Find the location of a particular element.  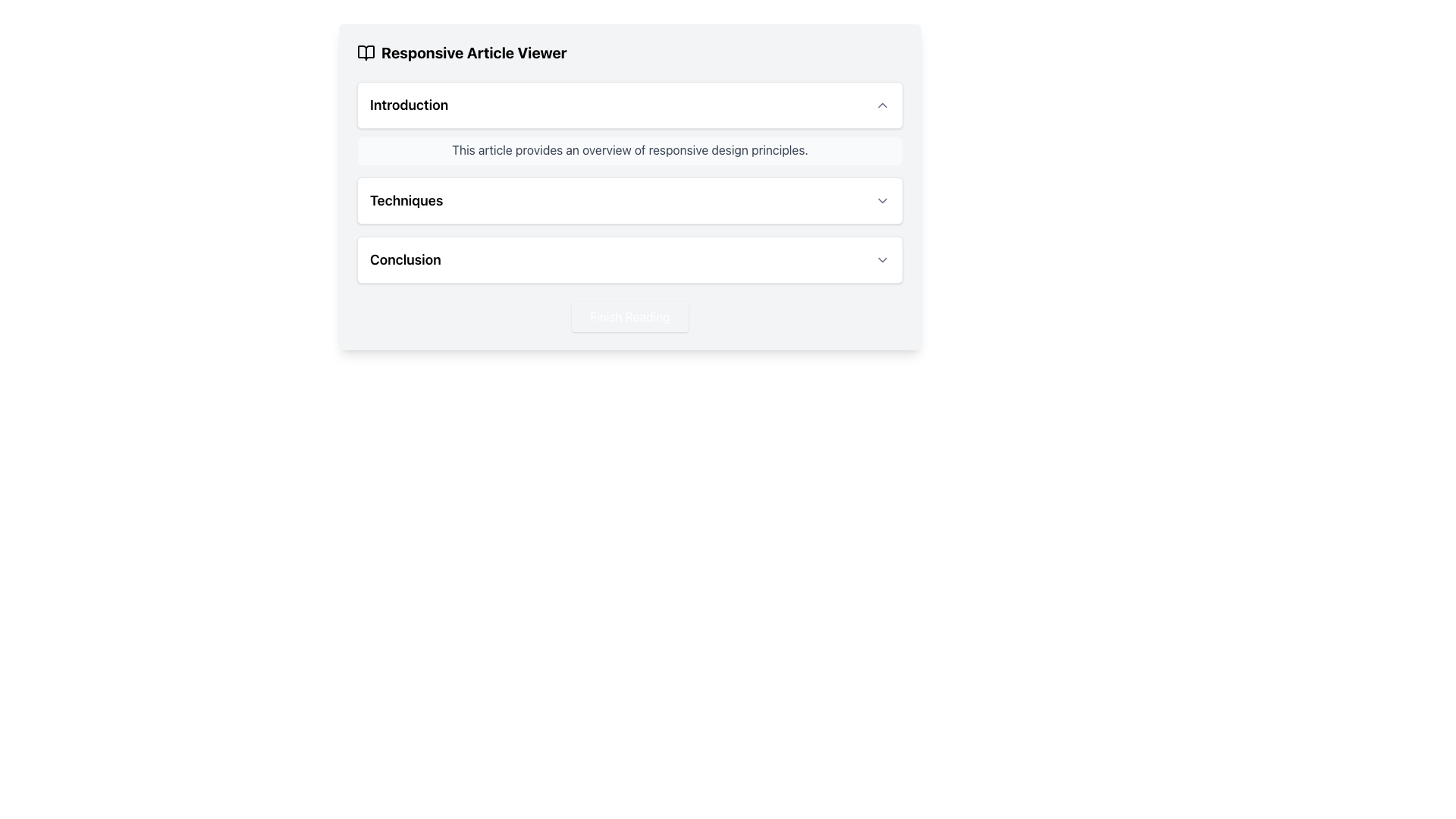

the downward chevron icon located at the far right edge of the 'Techniques' section header is located at coordinates (882, 200).